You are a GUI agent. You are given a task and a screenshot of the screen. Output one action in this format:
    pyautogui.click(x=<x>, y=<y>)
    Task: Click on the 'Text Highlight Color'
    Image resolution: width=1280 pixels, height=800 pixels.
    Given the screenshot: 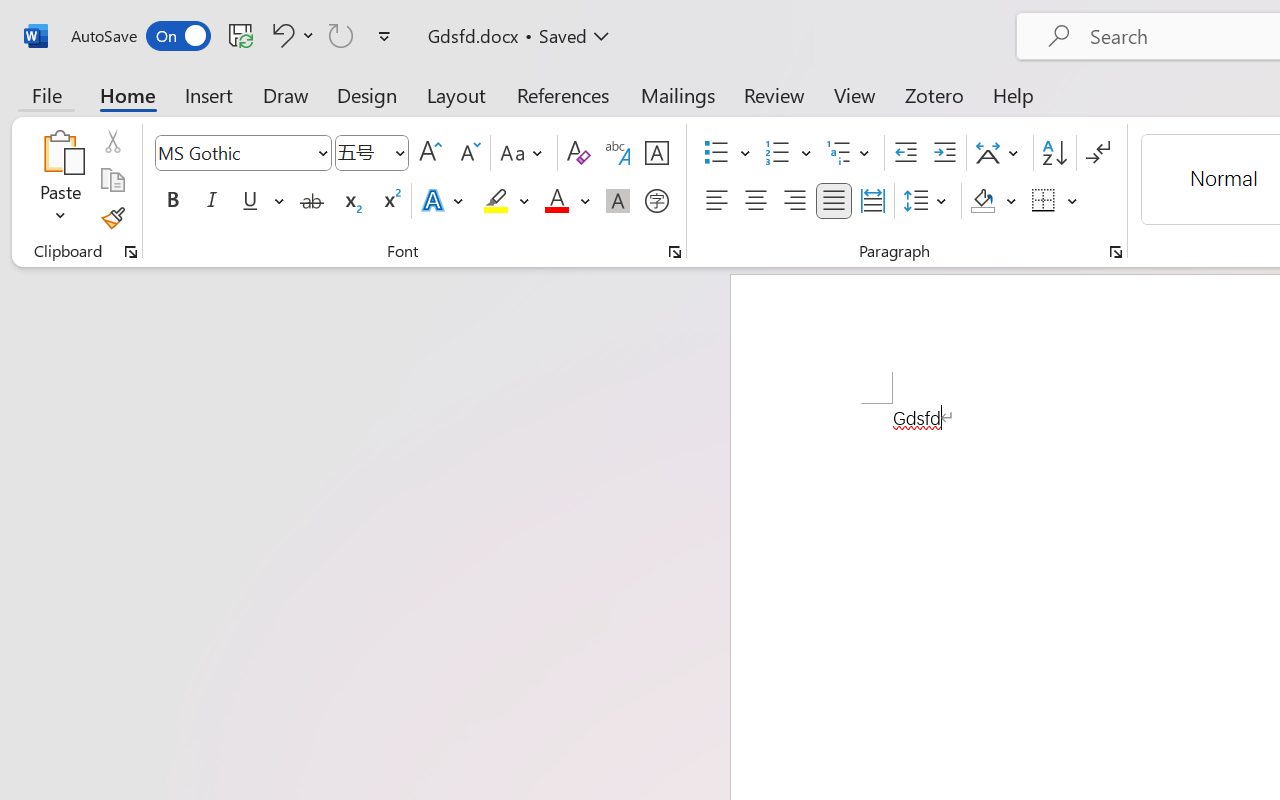 What is the action you would take?
    pyautogui.click(x=506, y=201)
    